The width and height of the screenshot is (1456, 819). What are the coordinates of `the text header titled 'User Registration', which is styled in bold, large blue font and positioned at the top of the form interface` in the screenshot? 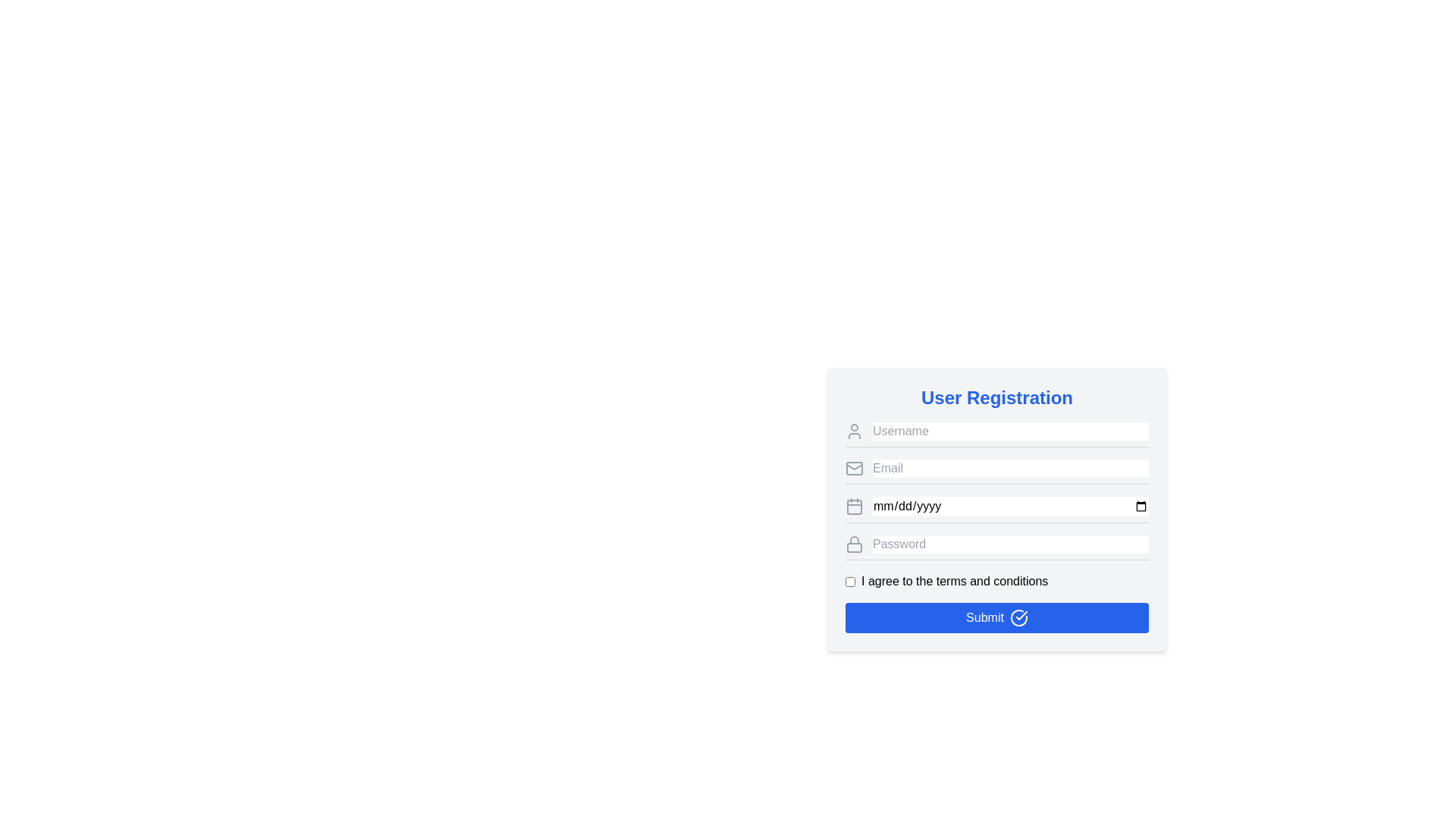 It's located at (997, 397).